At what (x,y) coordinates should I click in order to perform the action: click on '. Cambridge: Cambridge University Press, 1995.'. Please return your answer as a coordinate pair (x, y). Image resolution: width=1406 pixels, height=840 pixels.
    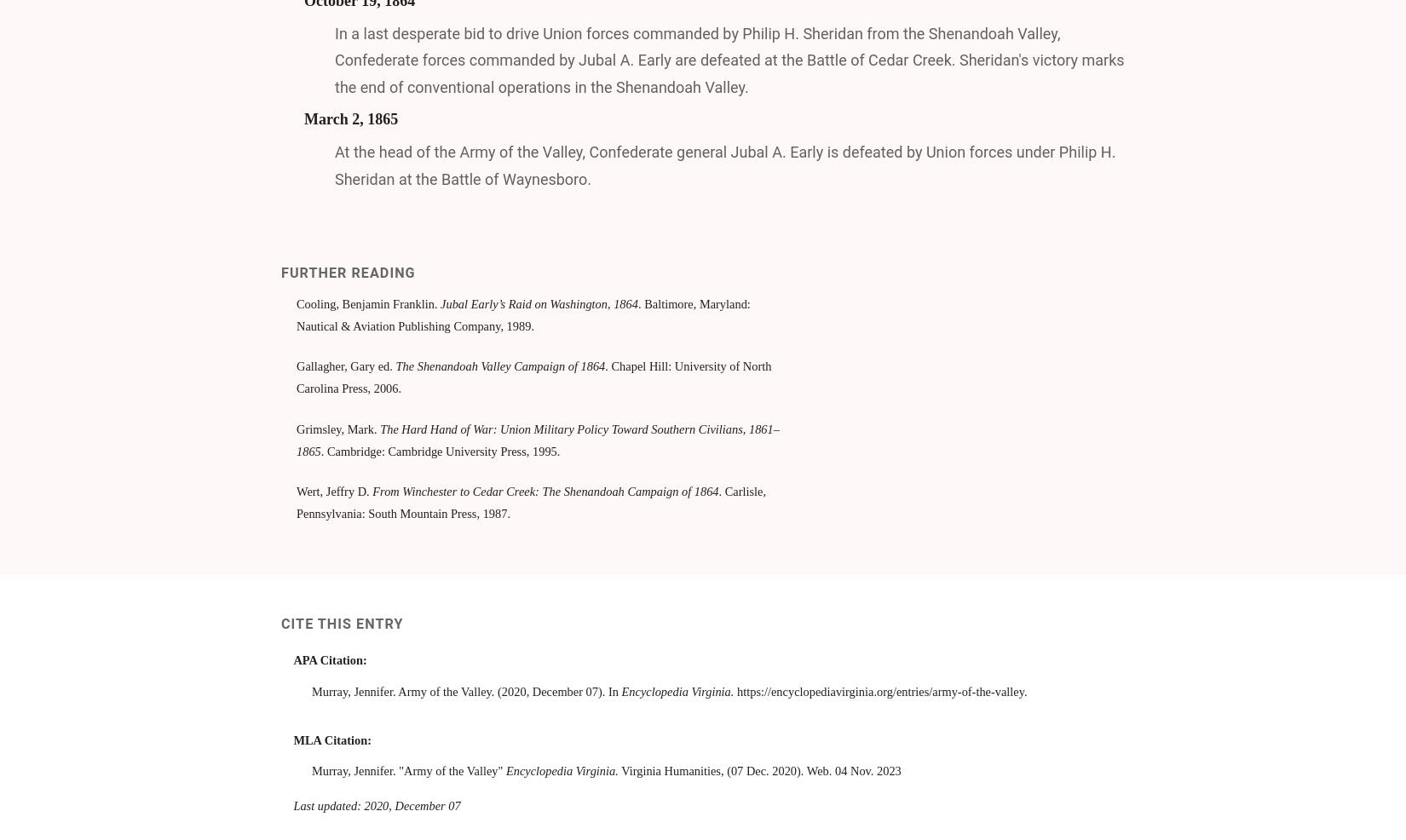
    Looking at the image, I should click on (439, 449).